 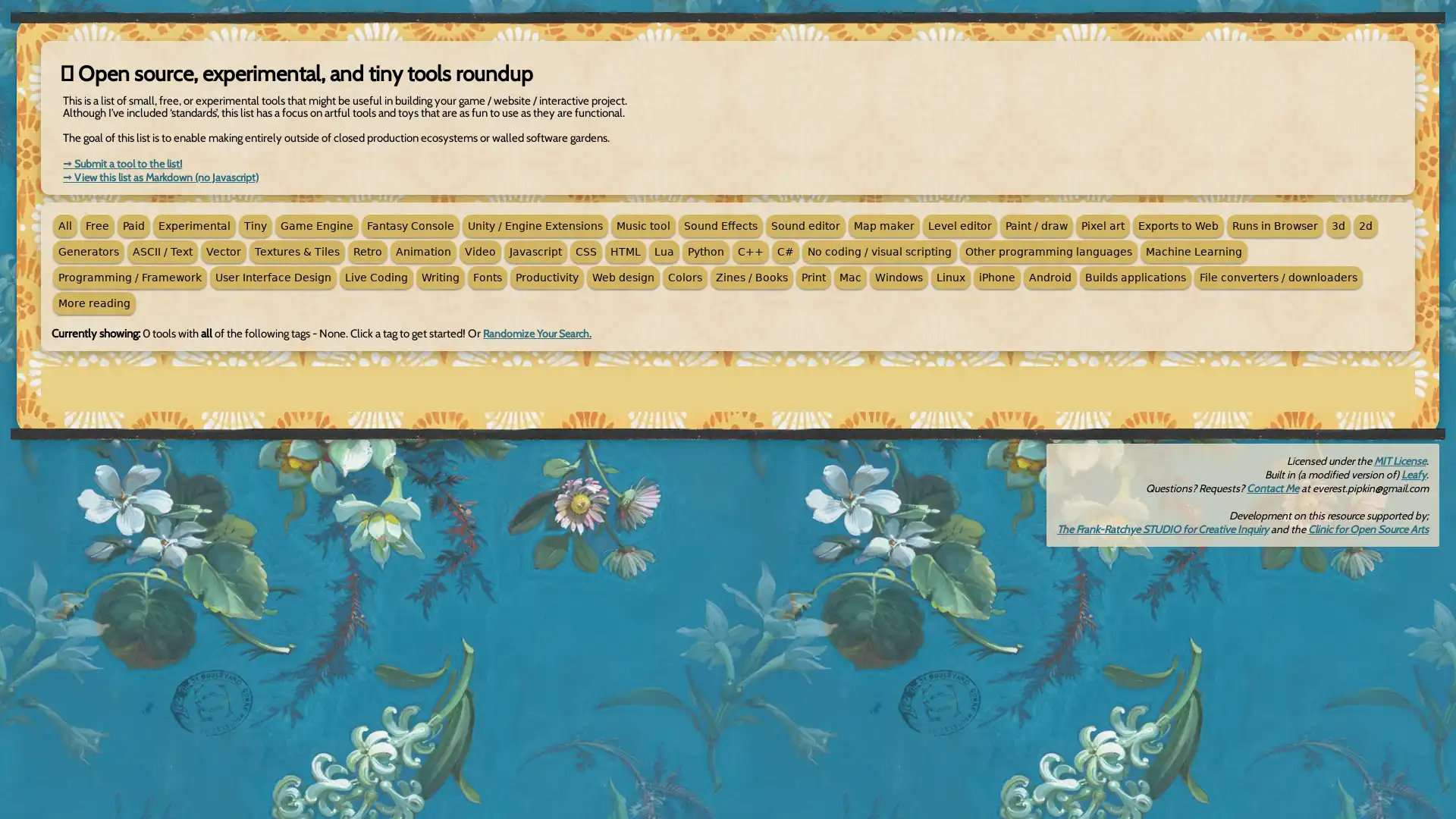 What do you see at coordinates (705, 250) in the screenshot?
I see `Python` at bounding box center [705, 250].